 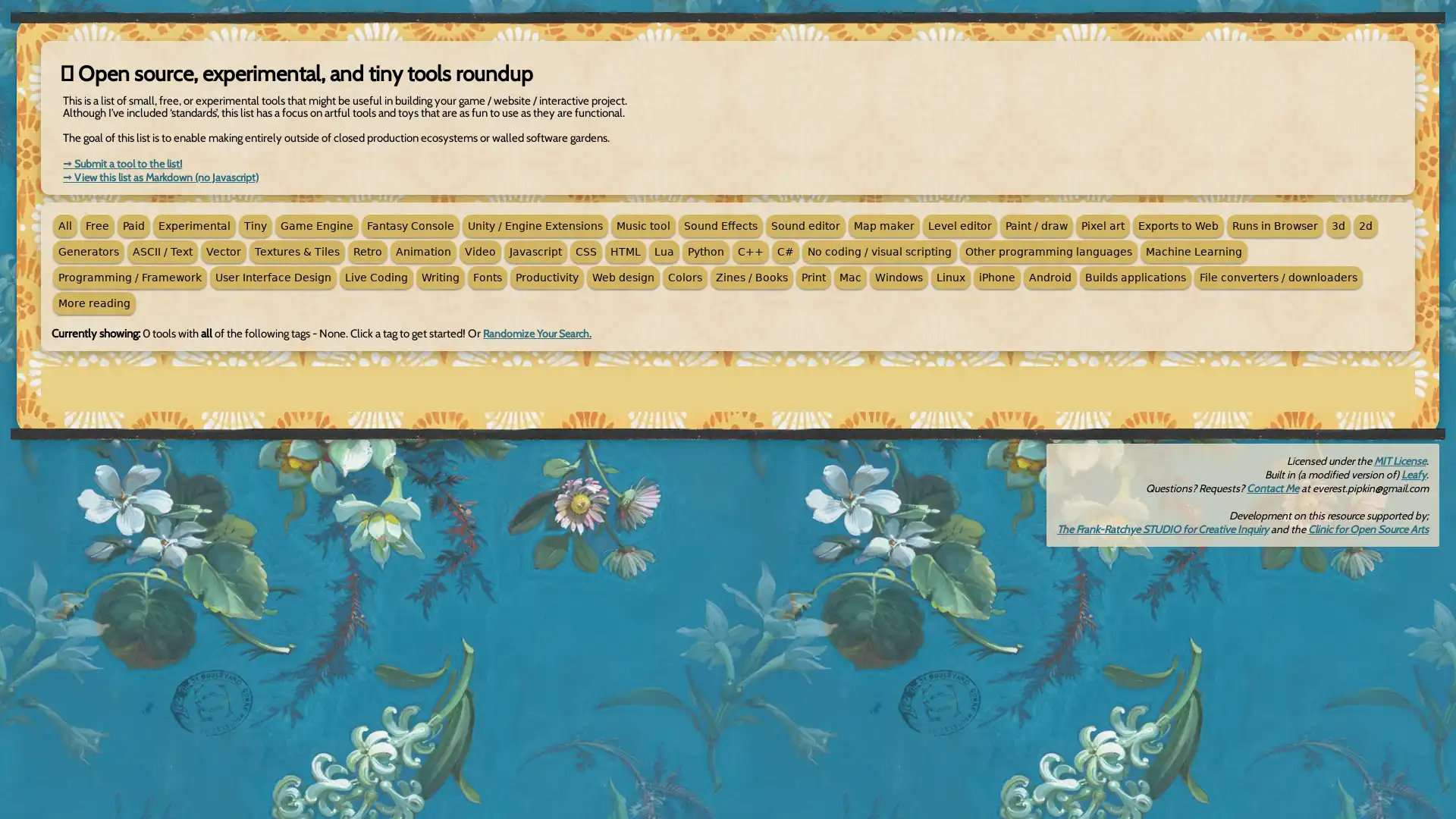 What do you see at coordinates (705, 250) in the screenshot?
I see `Python` at bounding box center [705, 250].